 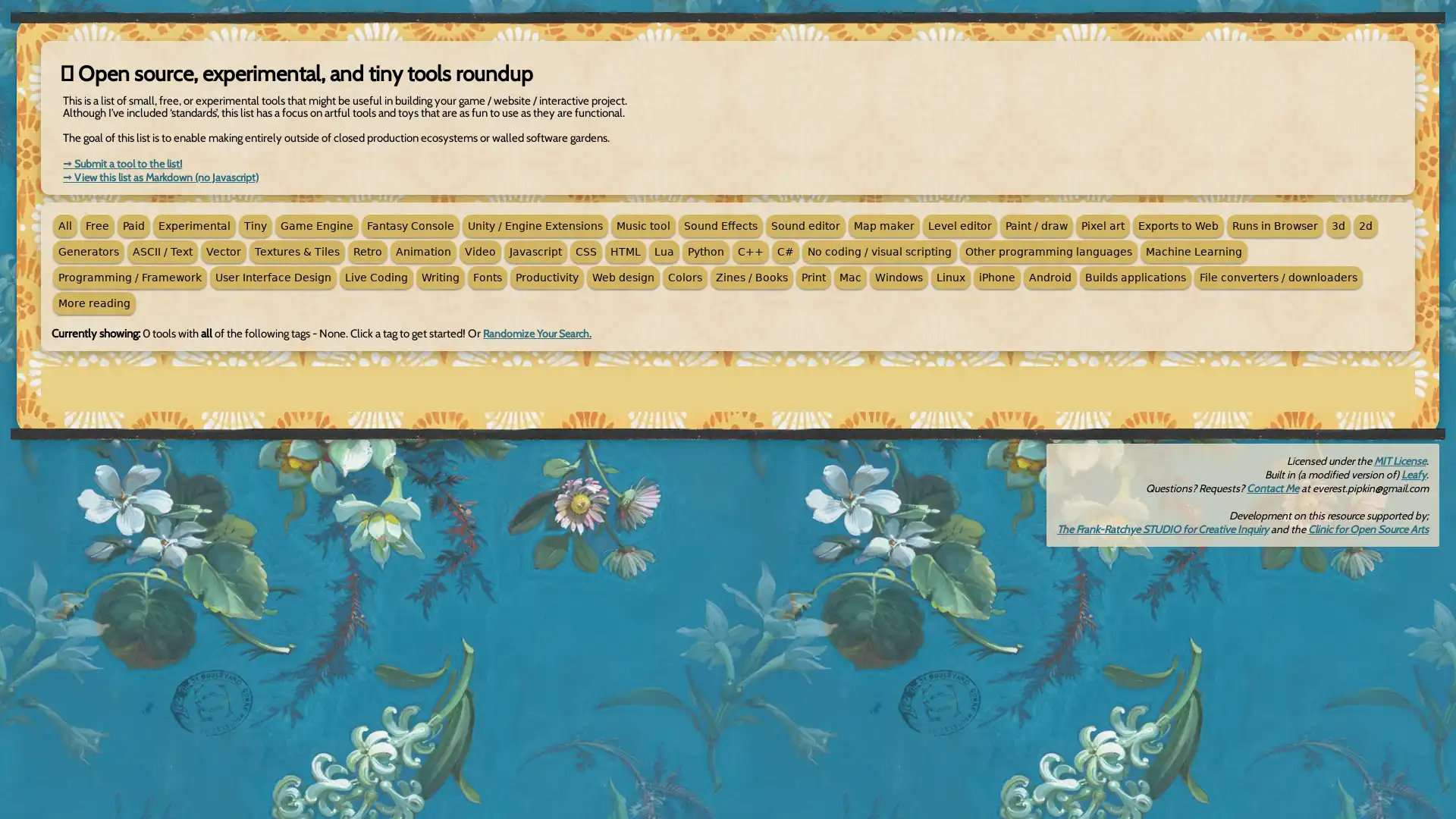 What do you see at coordinates (705, 250) in the screenshot?
I see `Python` at bounding box center [705, 250].